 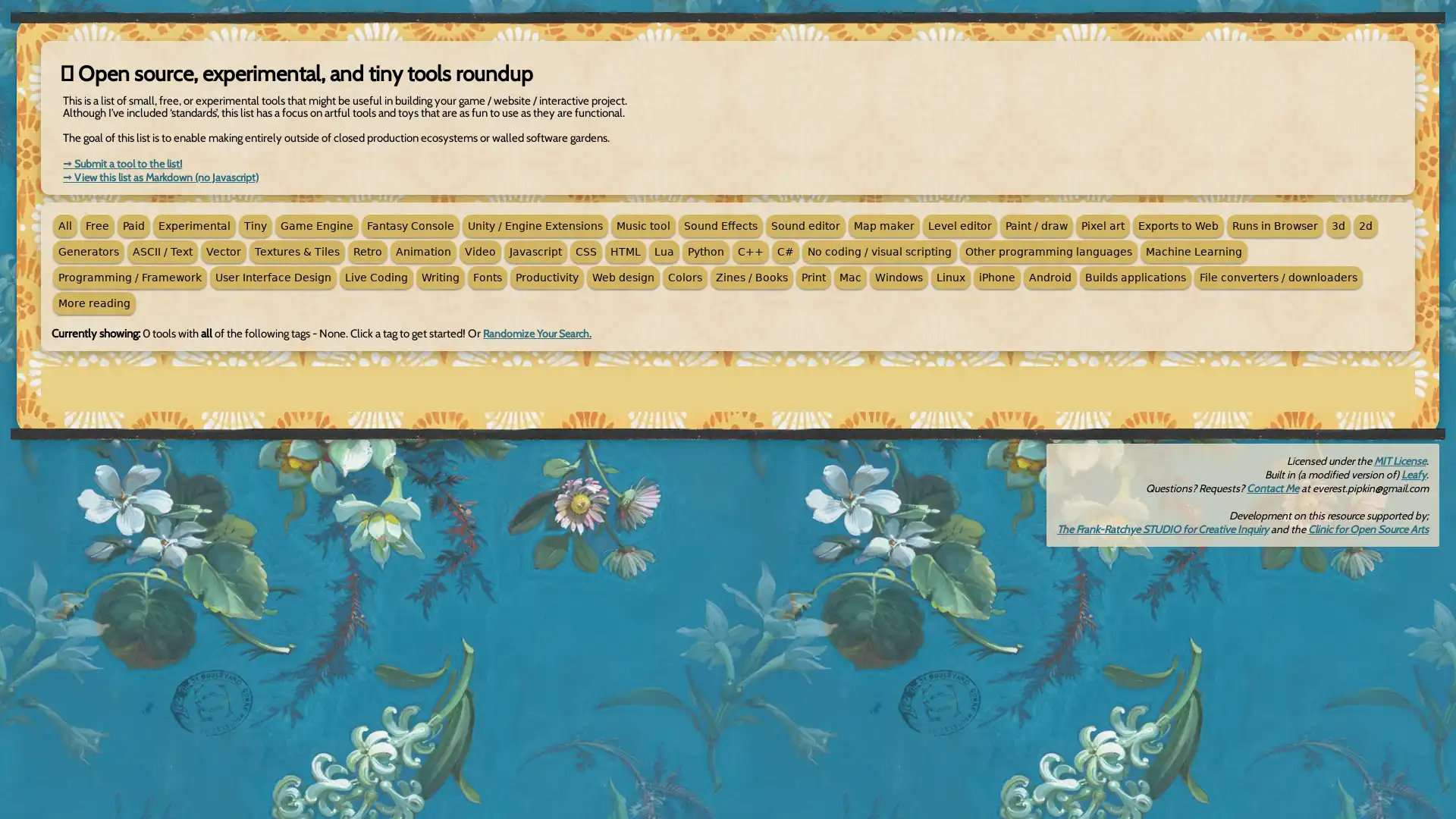 What do you see at coordinates (705, 250) in the screenshot?
I see `Python` at bounding box center [705, 250].